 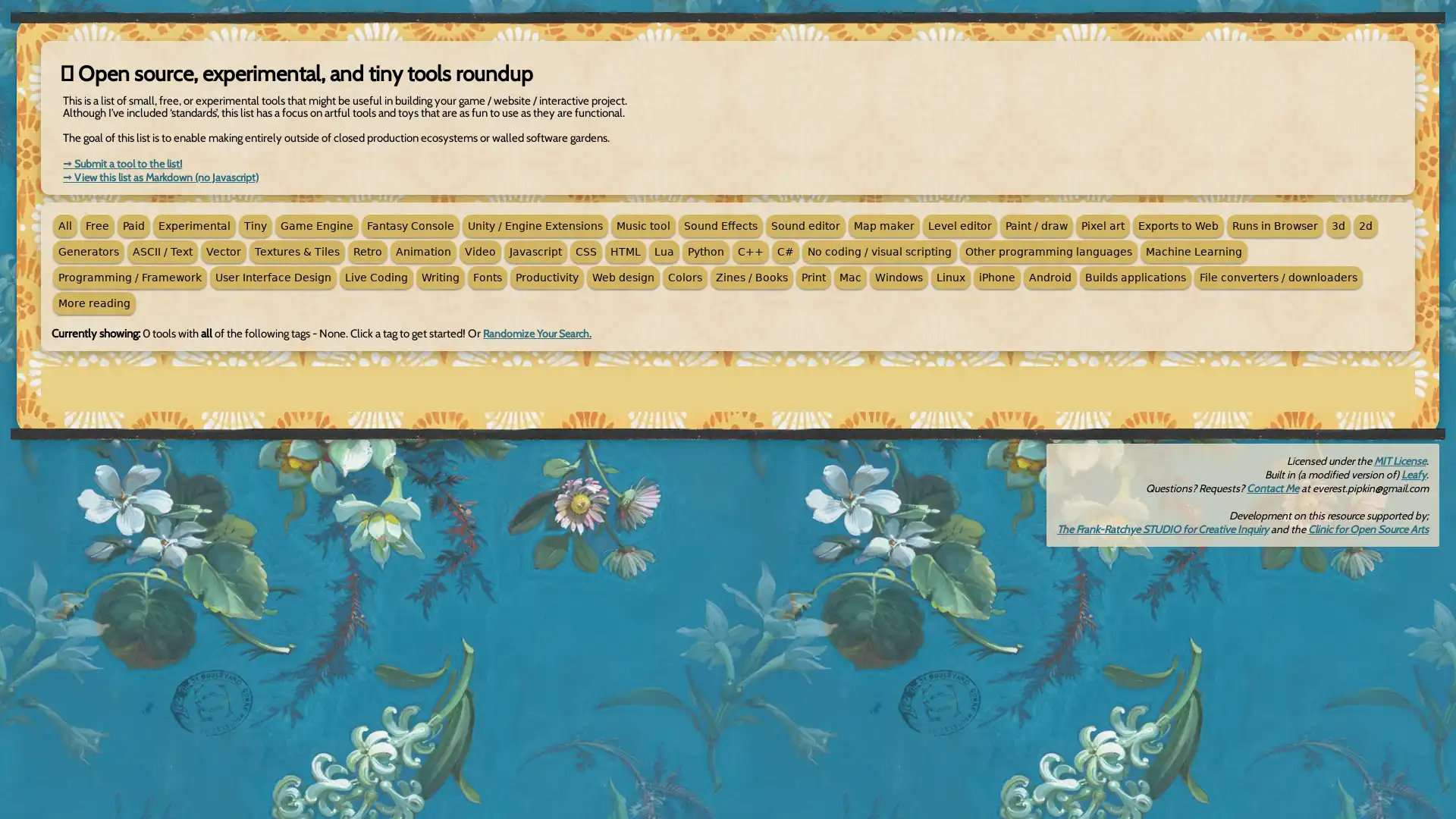 What do you see at coordinates (705, 250) in the screenshot?
I see `Python` at bounding box center [705, 250].